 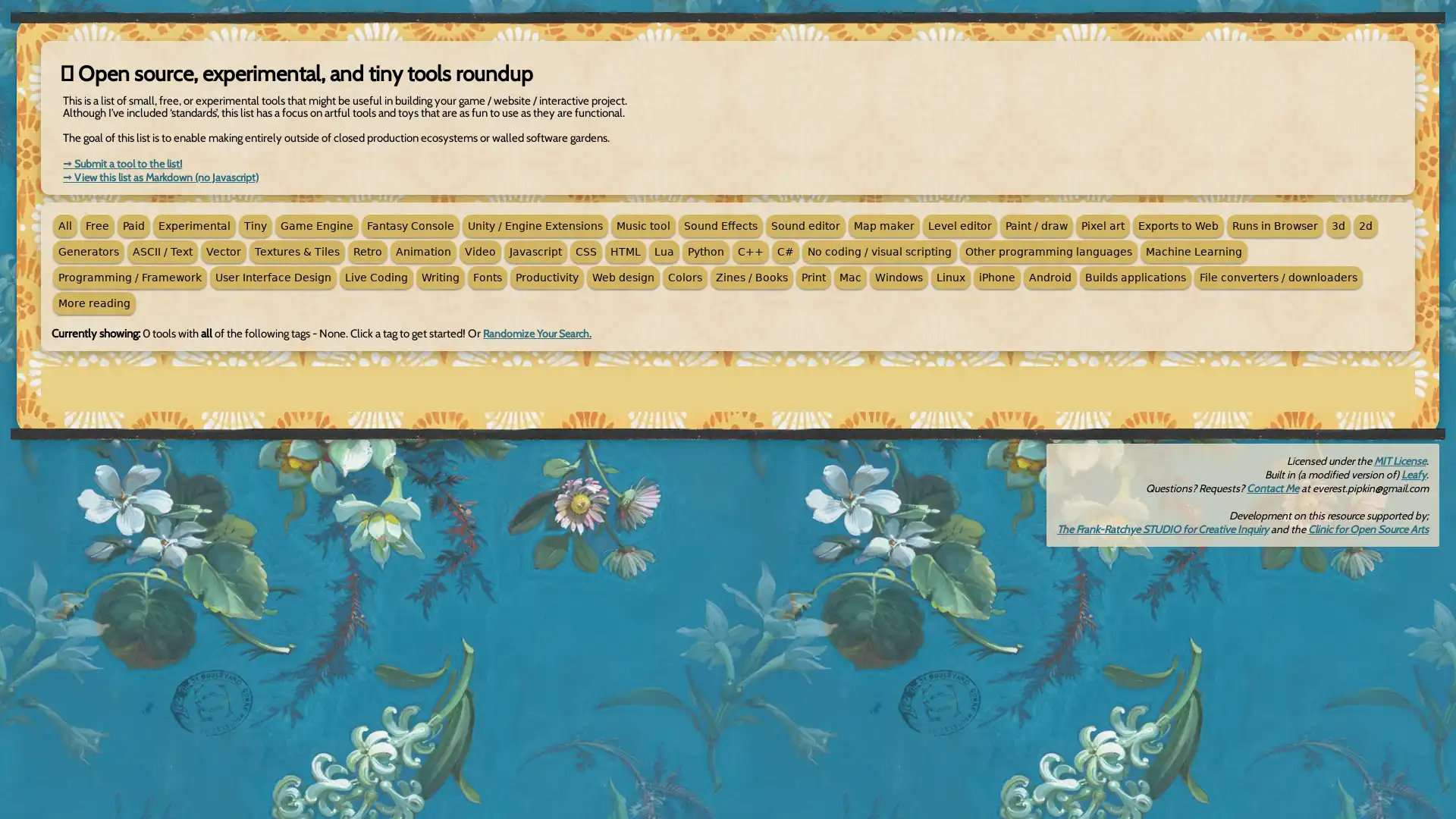 What do you see at coordinates (705, 250) in the screenshot?
I see `Python` at bounding box center [705, 250].